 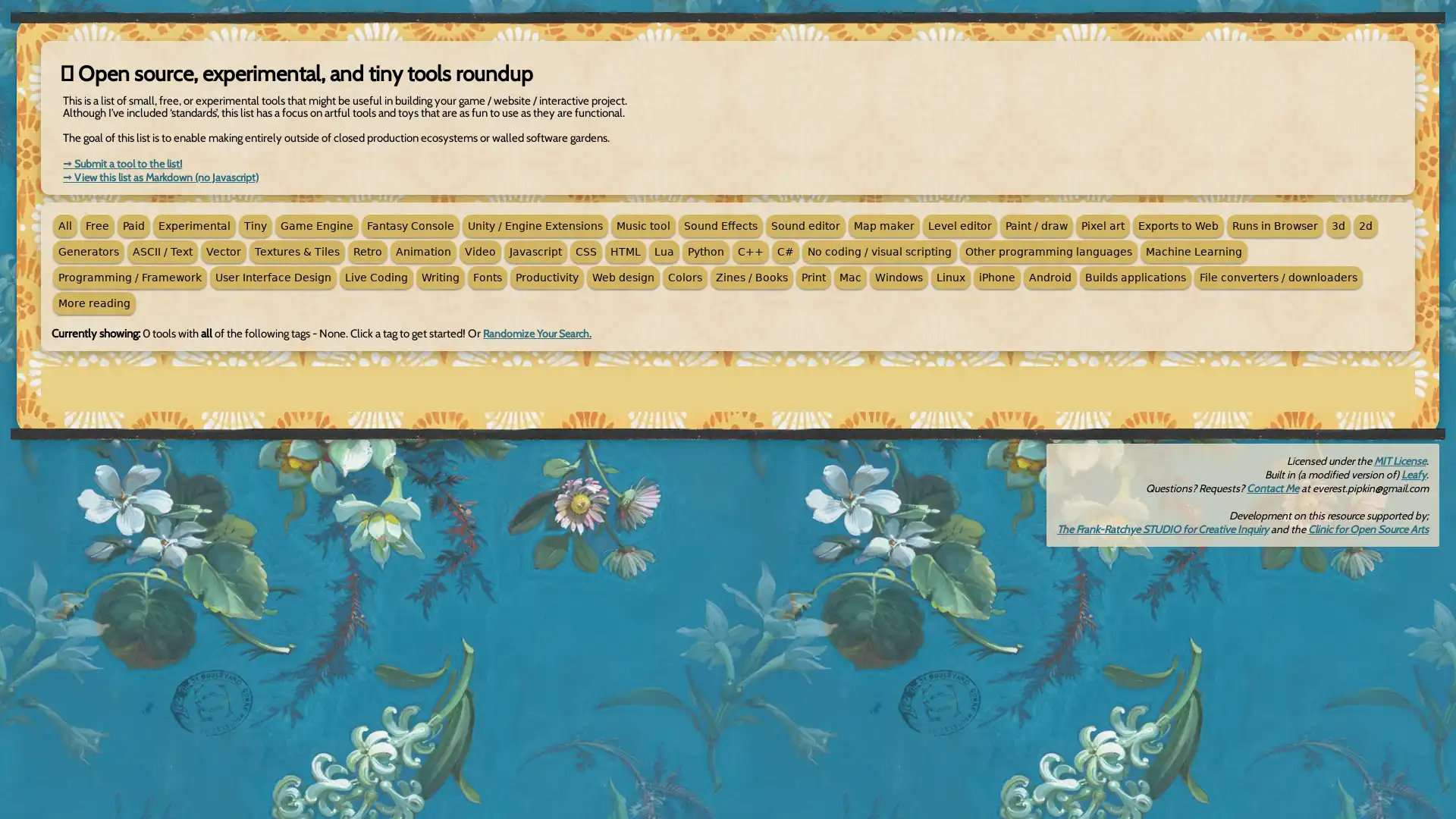 What do you see at coordinates (705, 250) in the screenshot?
I see `Python` at bounding box center [705, 250].